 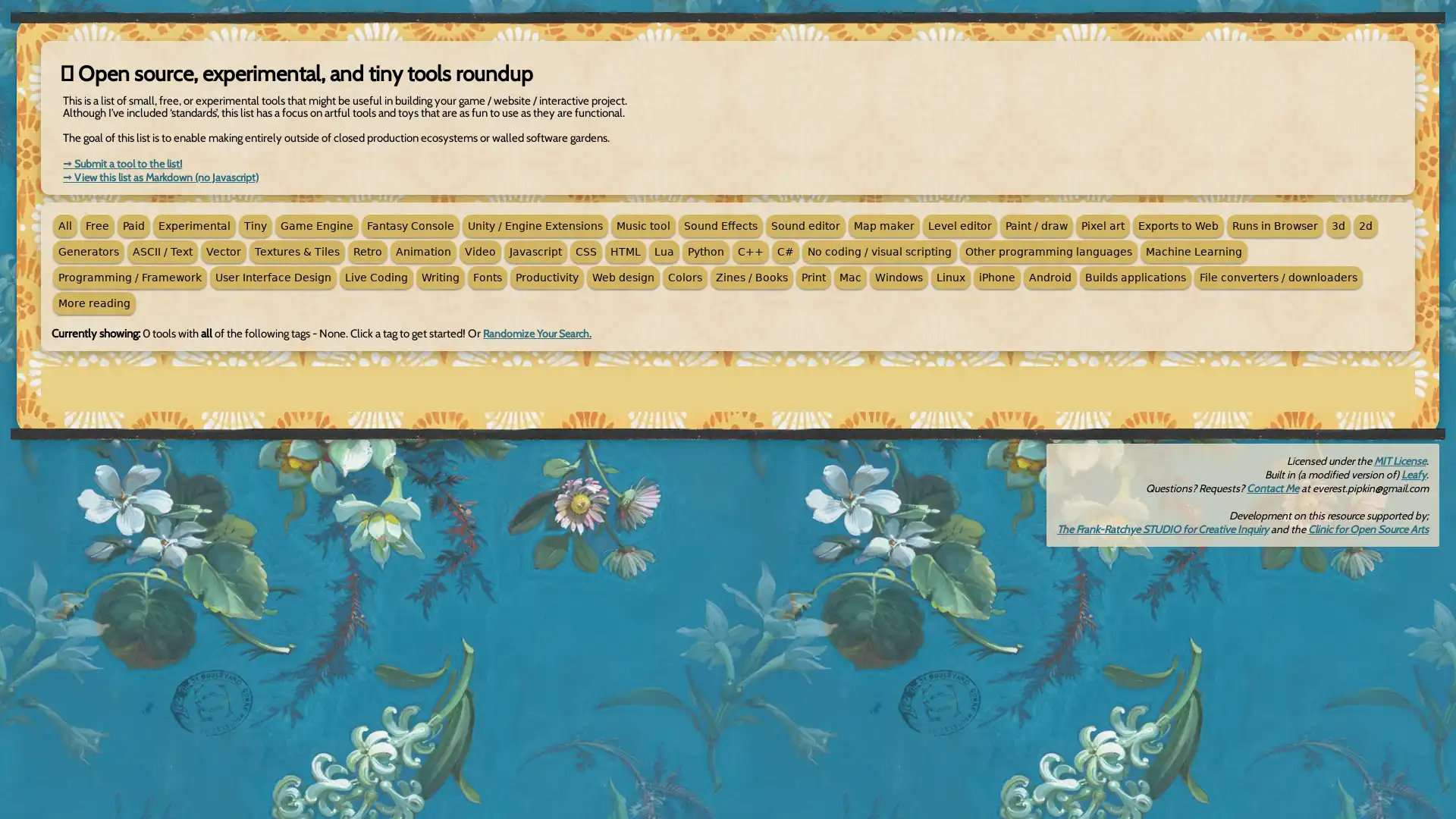 What do you see at coordinates (705, 250) in the screenshot?
I see `Python` at bounding box center [705, 250].